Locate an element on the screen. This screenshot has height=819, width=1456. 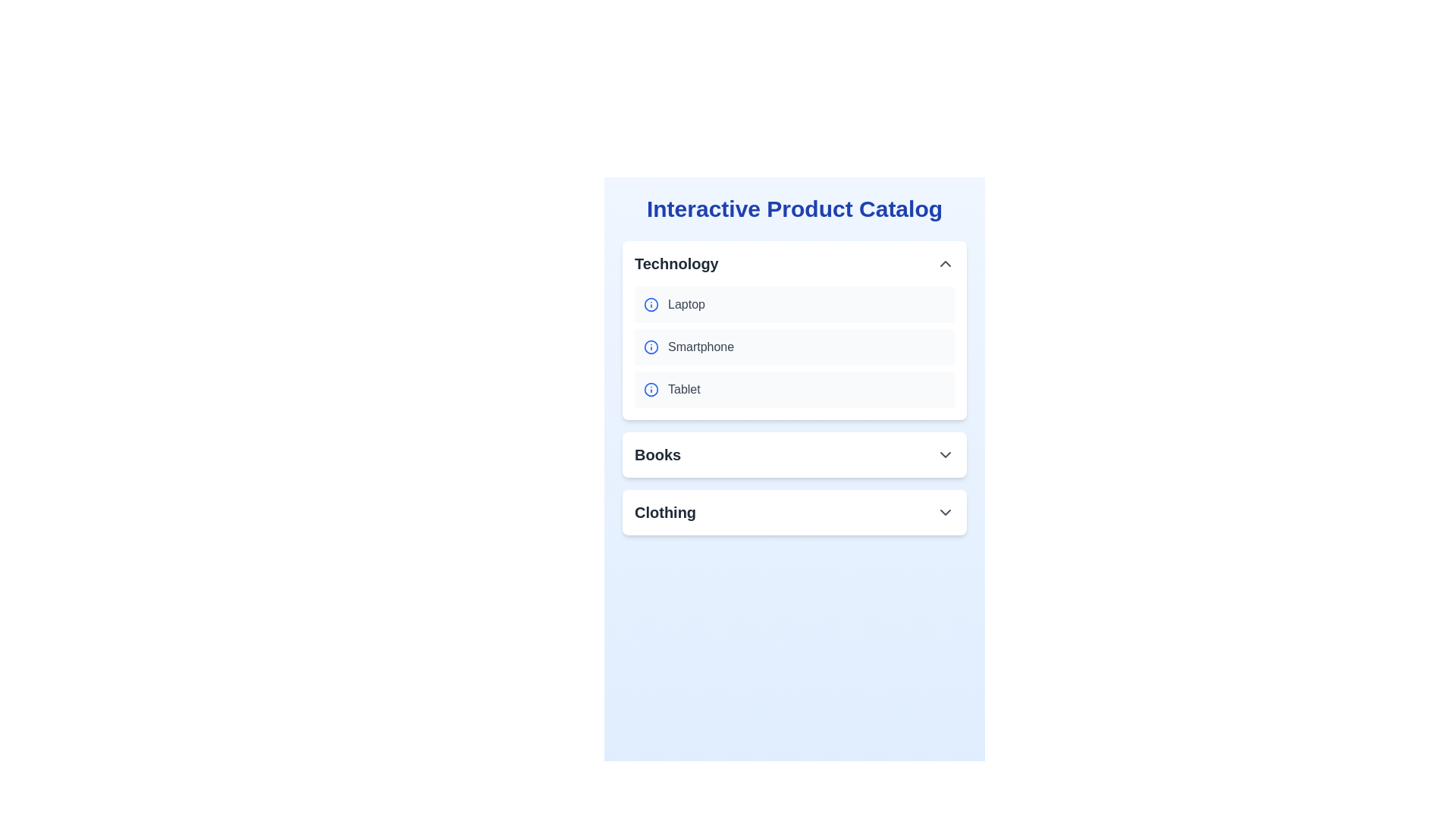
the 'Tablet' list item, which is the third item in the 'Technology' section of the interactive product catalog is located at coordinates (793, 388).